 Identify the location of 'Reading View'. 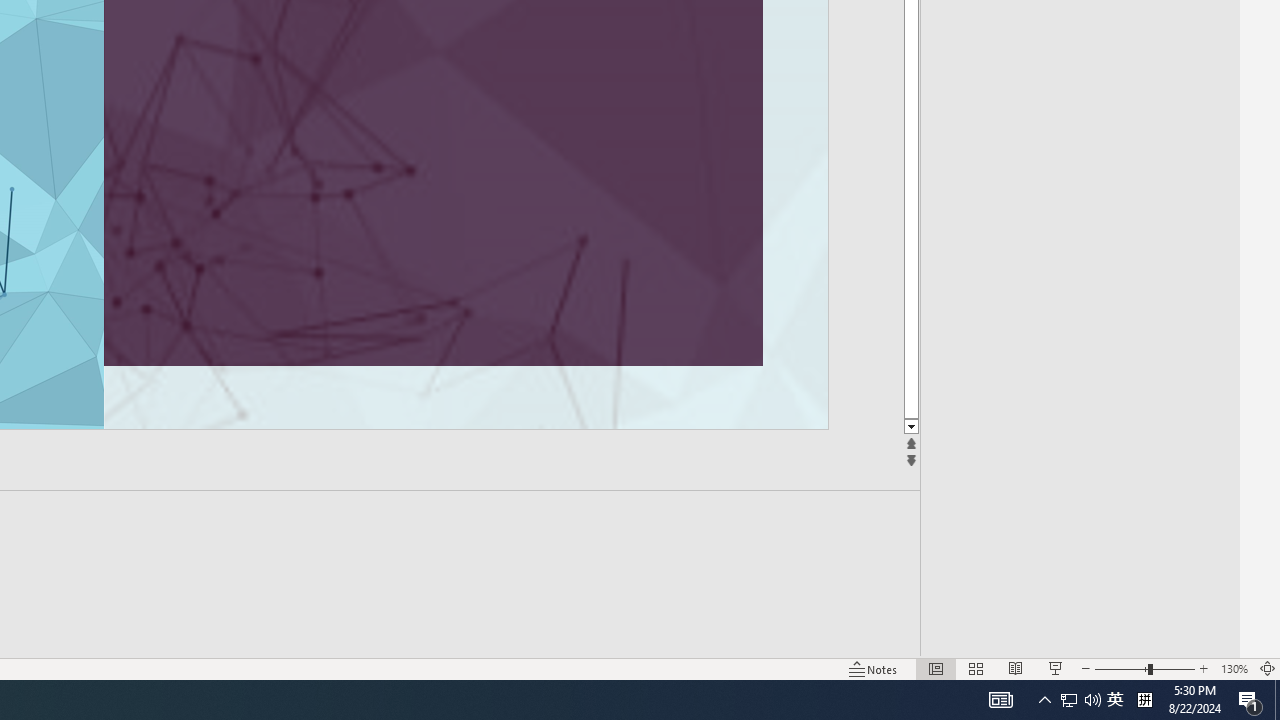
(1015, 669).